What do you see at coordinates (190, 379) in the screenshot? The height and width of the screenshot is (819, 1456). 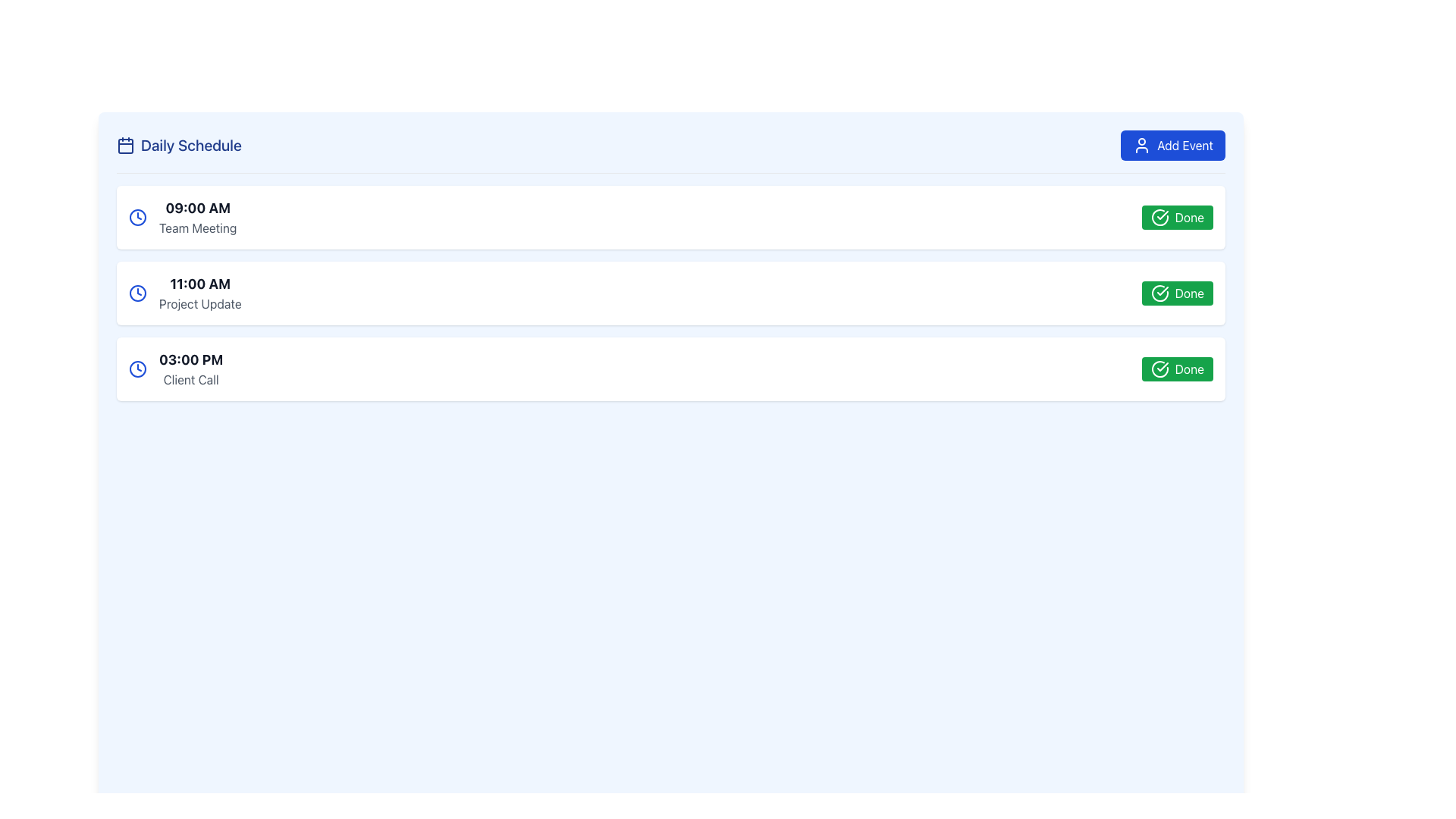 I see `the text label describing the event associated with 03:00 PM, located in the schedule list` at bounding box center [190, 379].